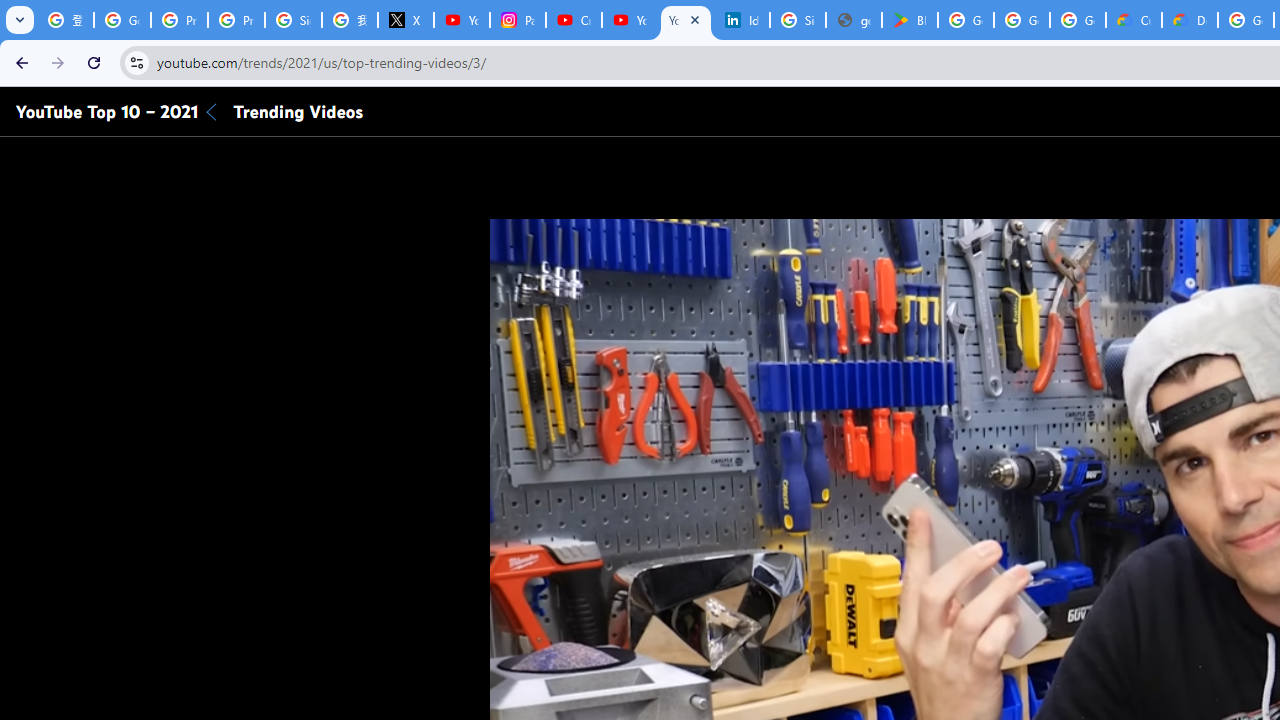  I want to click on 'X', so click(404, 20).